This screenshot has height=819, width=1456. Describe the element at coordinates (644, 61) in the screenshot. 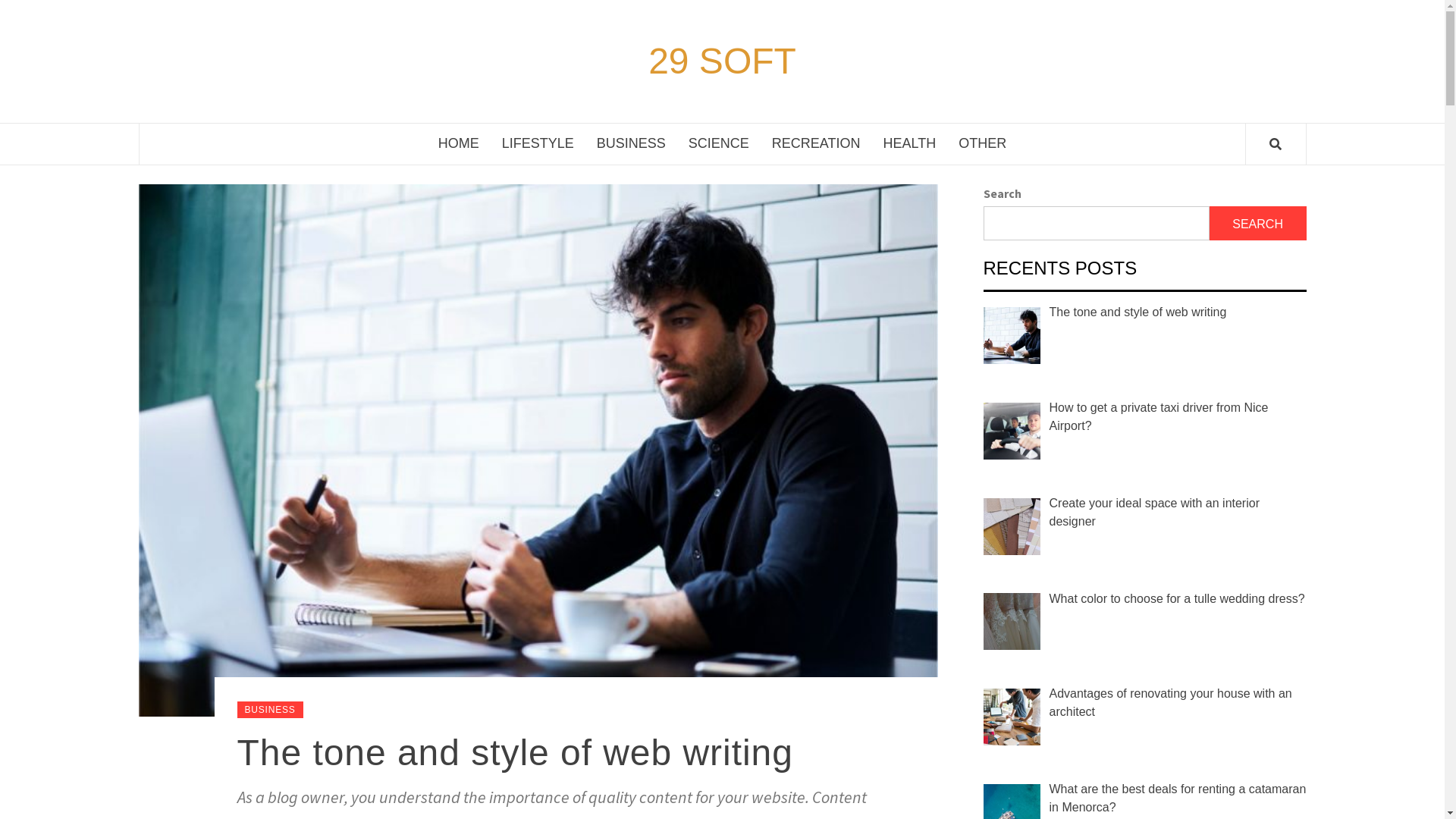

I see `'29 SOFT'` at that location.